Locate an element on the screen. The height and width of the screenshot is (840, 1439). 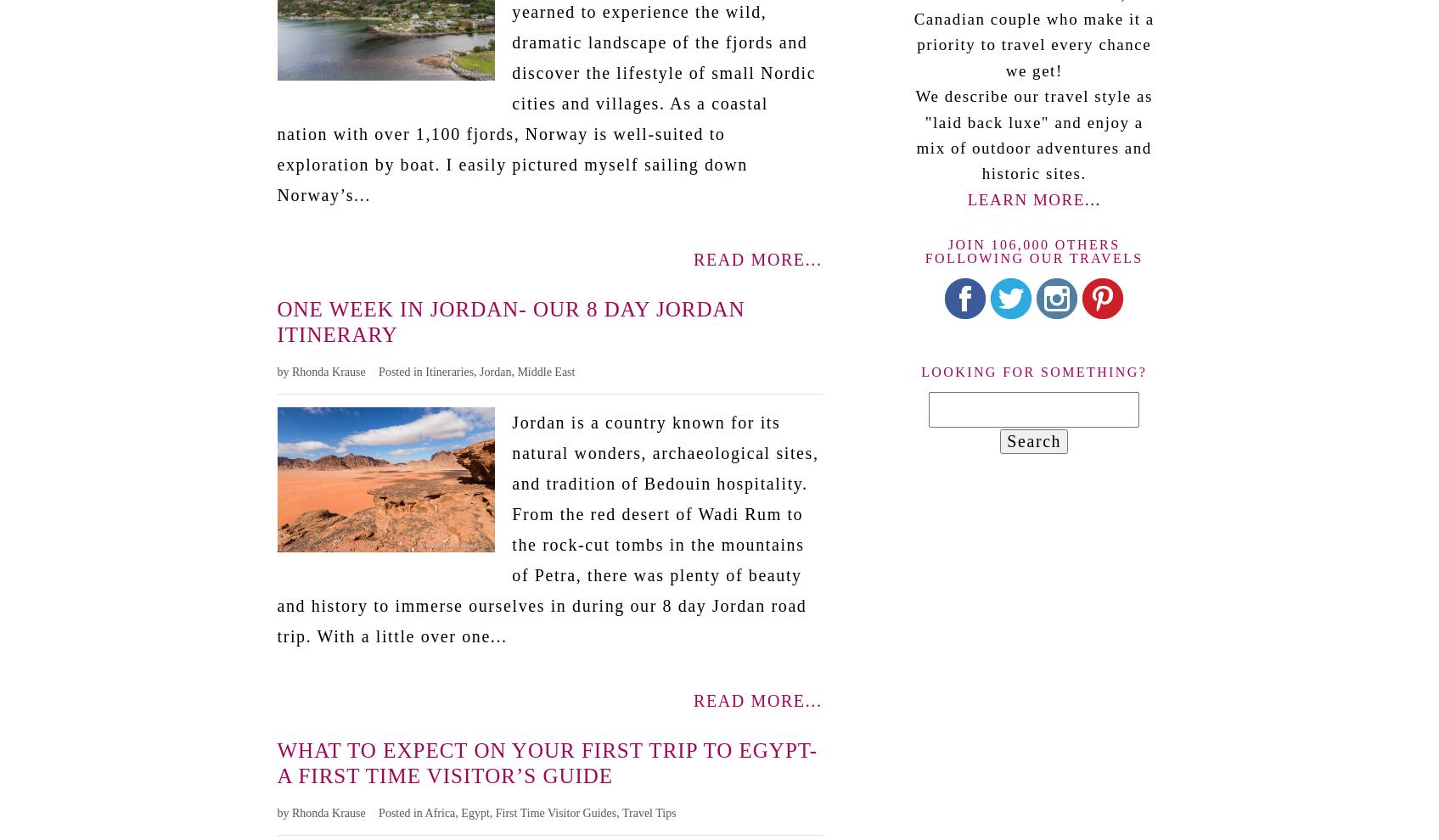
'Looking for something?' is located at coordinates (920, 371).